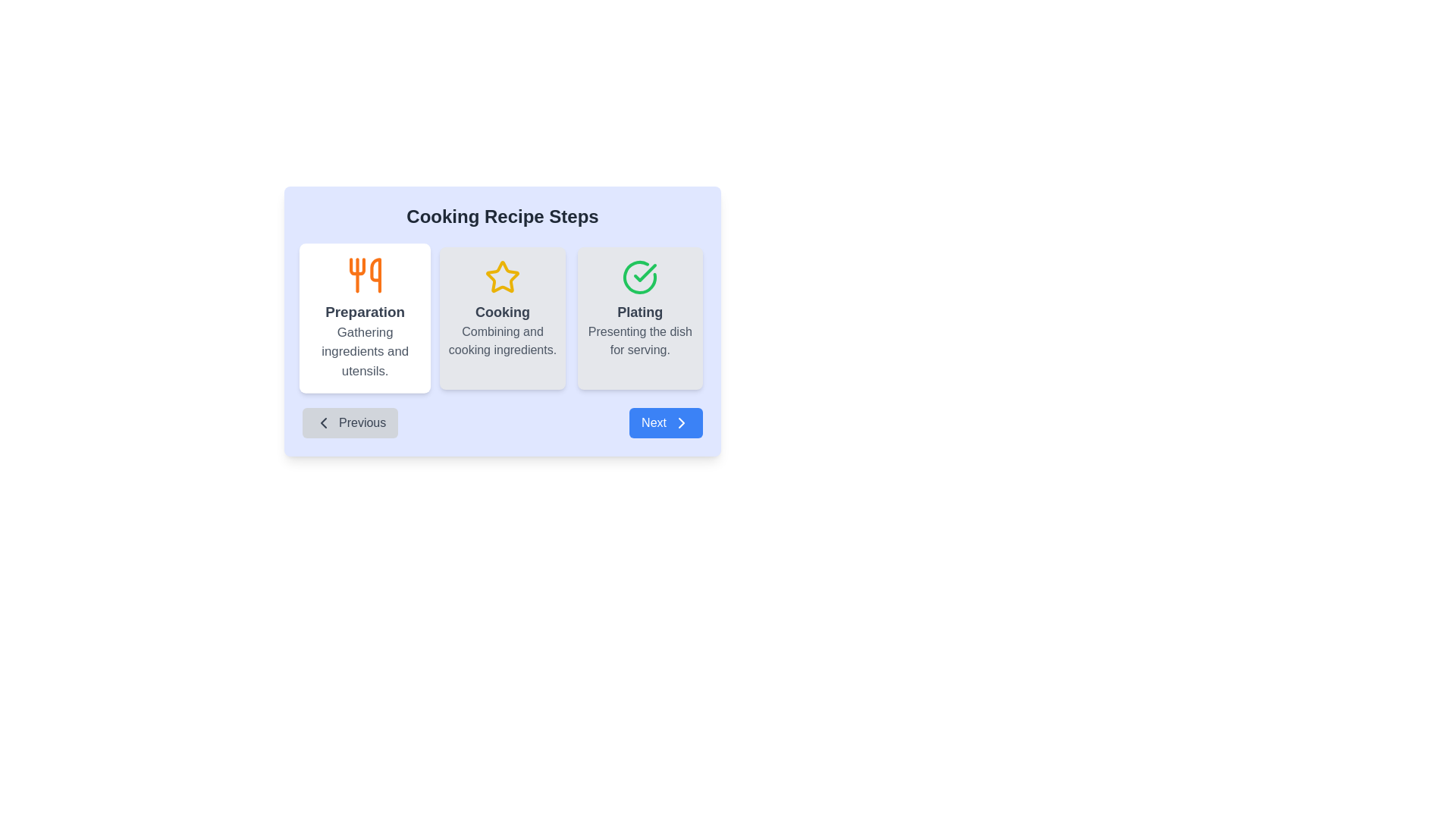 The height and width of the screenshot is (819, 1456). I want to click on the Left-chevron navigation icon, which is located inside the 'Previous' button at the bottom-left corner of the content area to move to the previous section, so click(323, 423).